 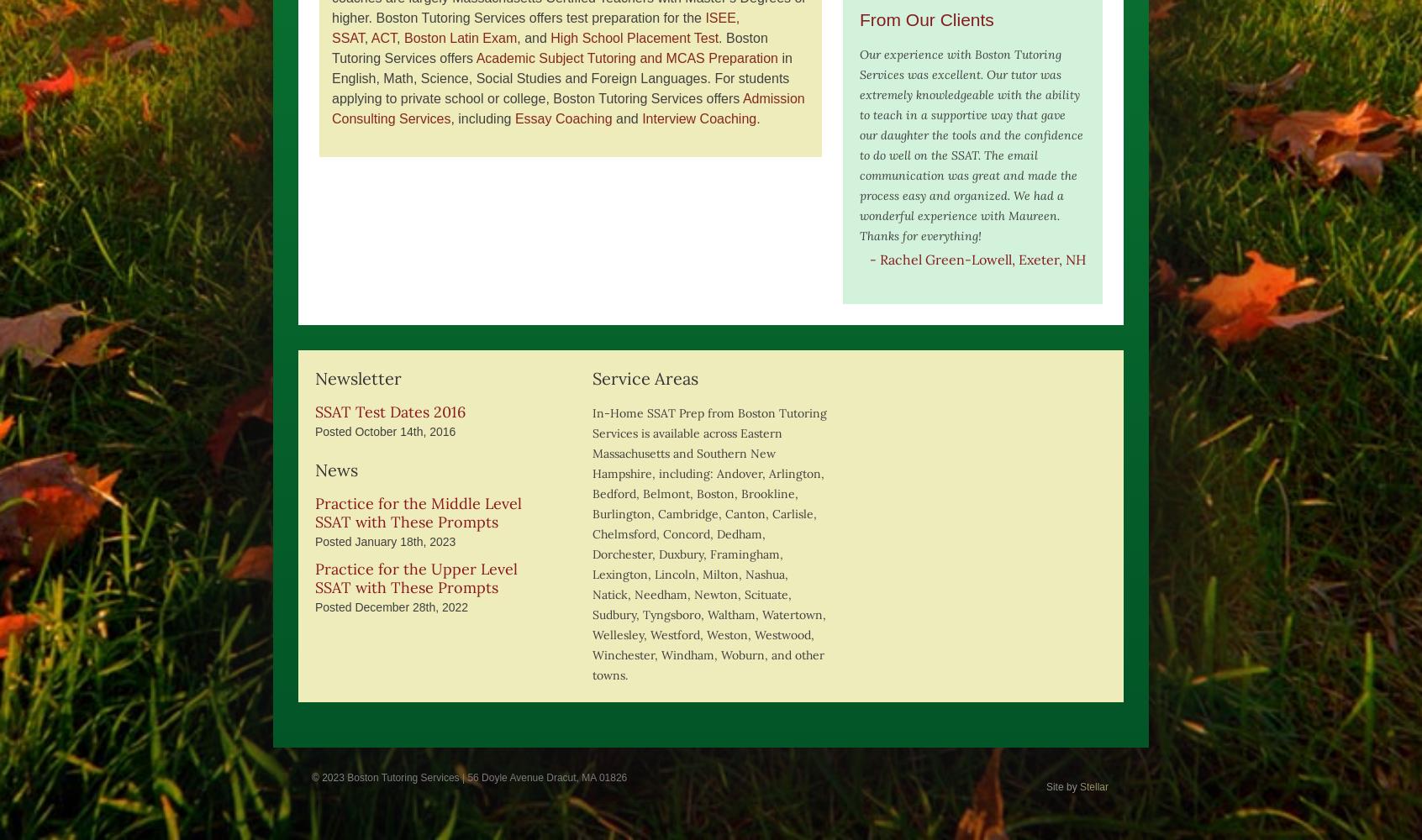 What do you see at coordinates (533, 38) in the screenshot?
I see `', and'` at bounding box center [533, 38].